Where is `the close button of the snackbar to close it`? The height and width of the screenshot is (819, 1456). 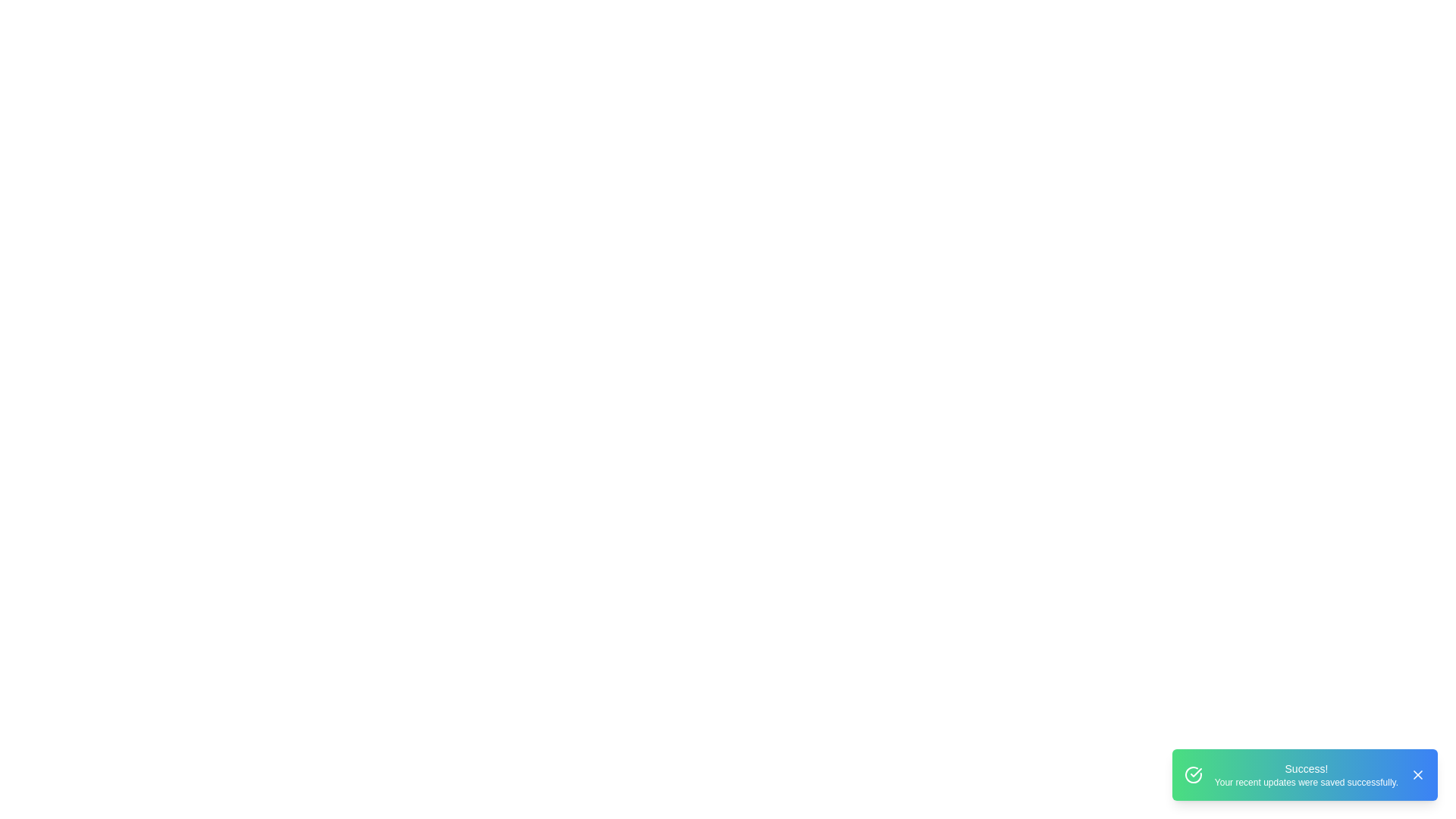 the close button of the snackbar to close it is located at coordinates (1417, 775).